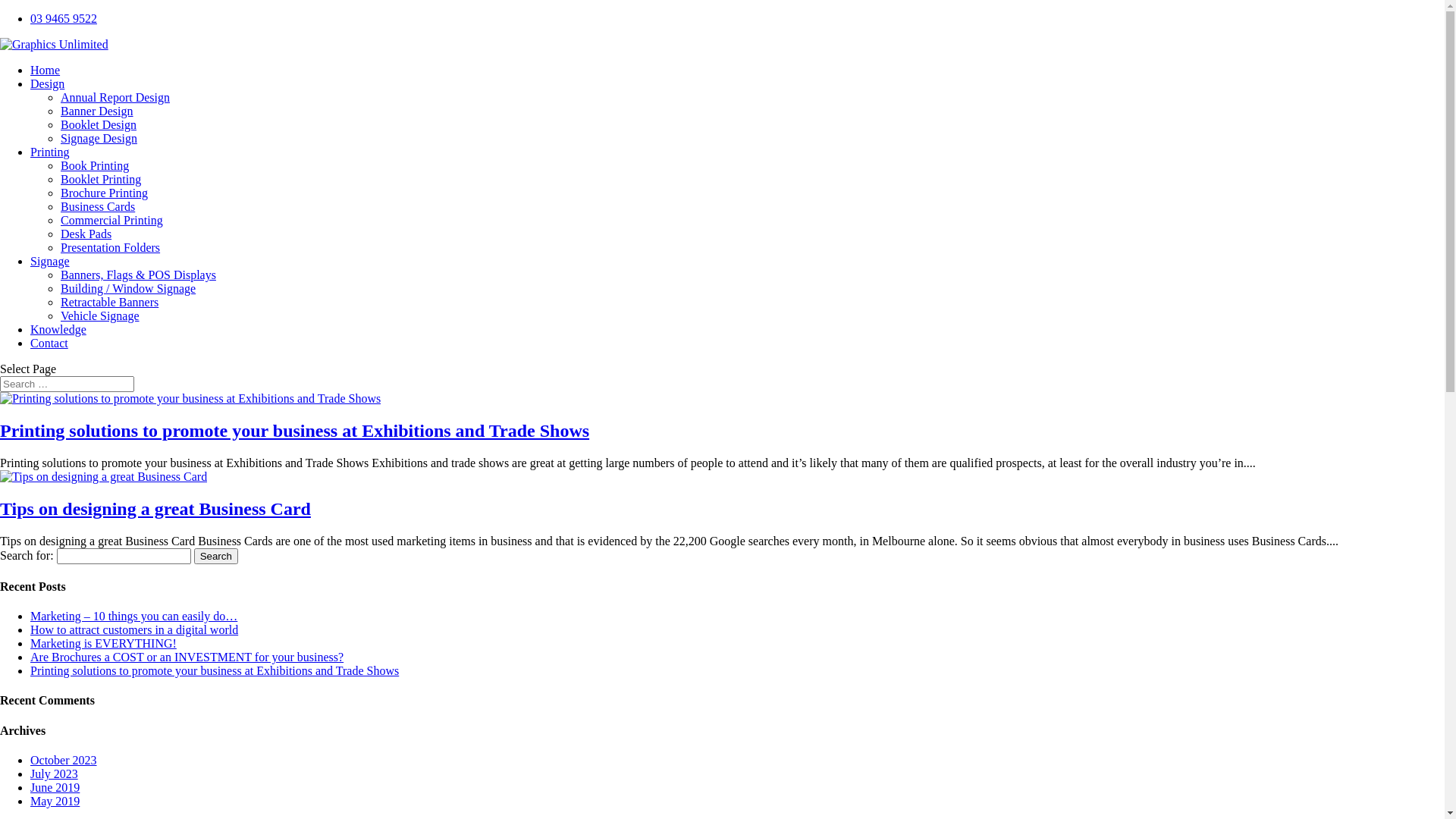 The width and height of the screenshot is (1456, 819). Describe the element at coordinates (97, 206) in the screenshot. I see `'Business Cards'` at that location.